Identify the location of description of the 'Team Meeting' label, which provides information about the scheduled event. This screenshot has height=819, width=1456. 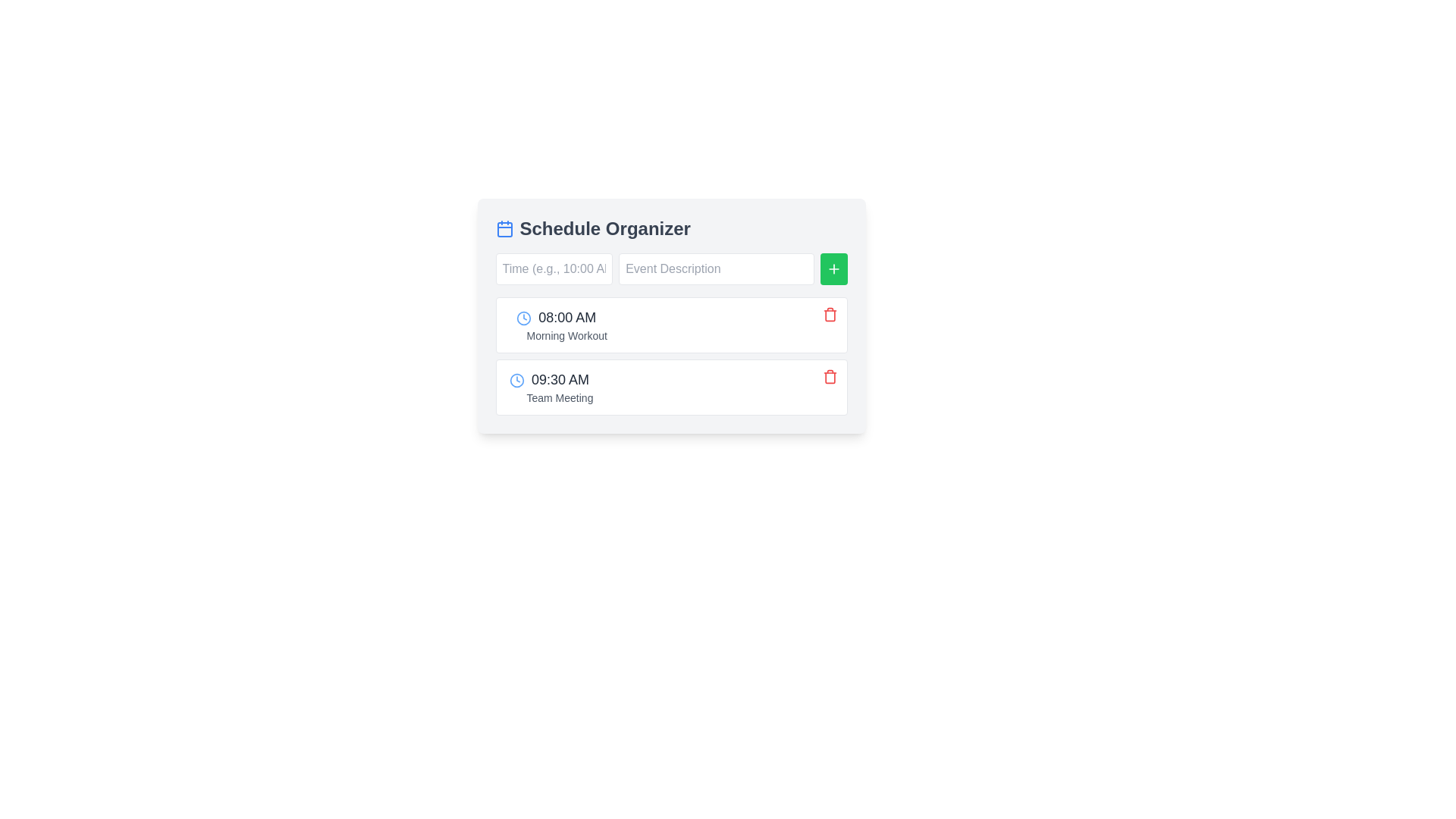
(559, 397).